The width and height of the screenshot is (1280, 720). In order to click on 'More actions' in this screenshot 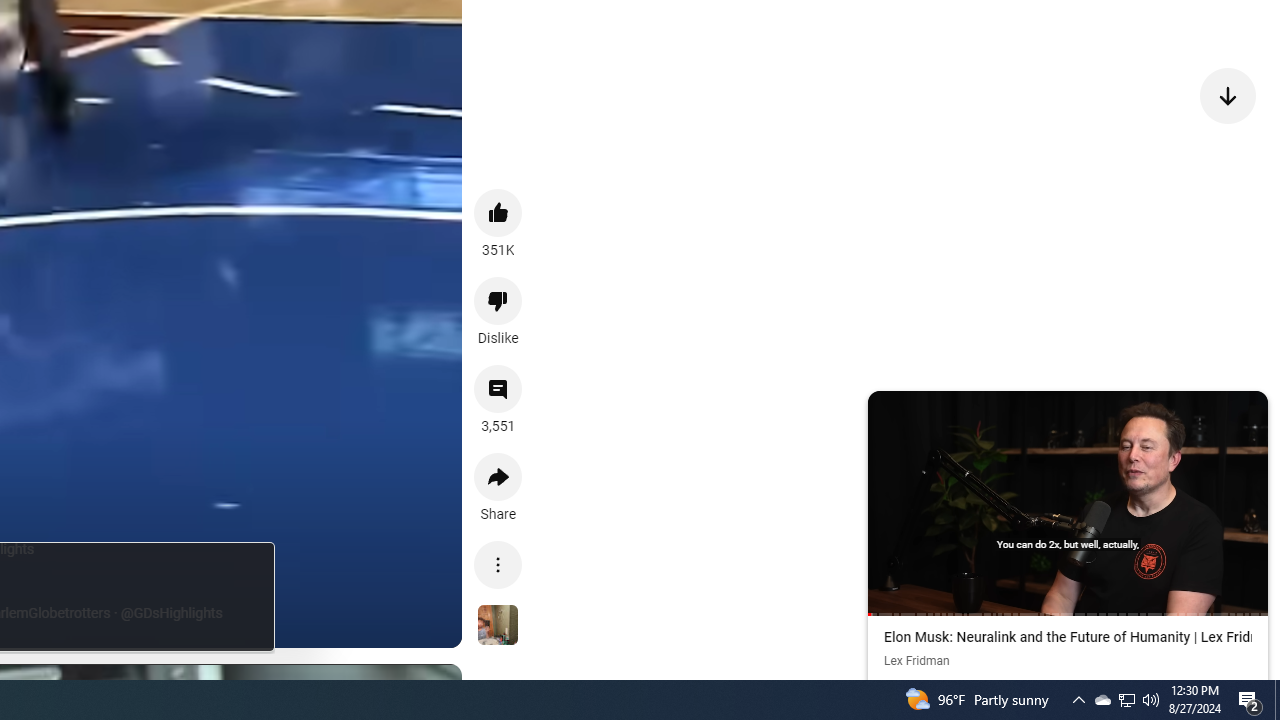, I will do `click(498, 564)`.